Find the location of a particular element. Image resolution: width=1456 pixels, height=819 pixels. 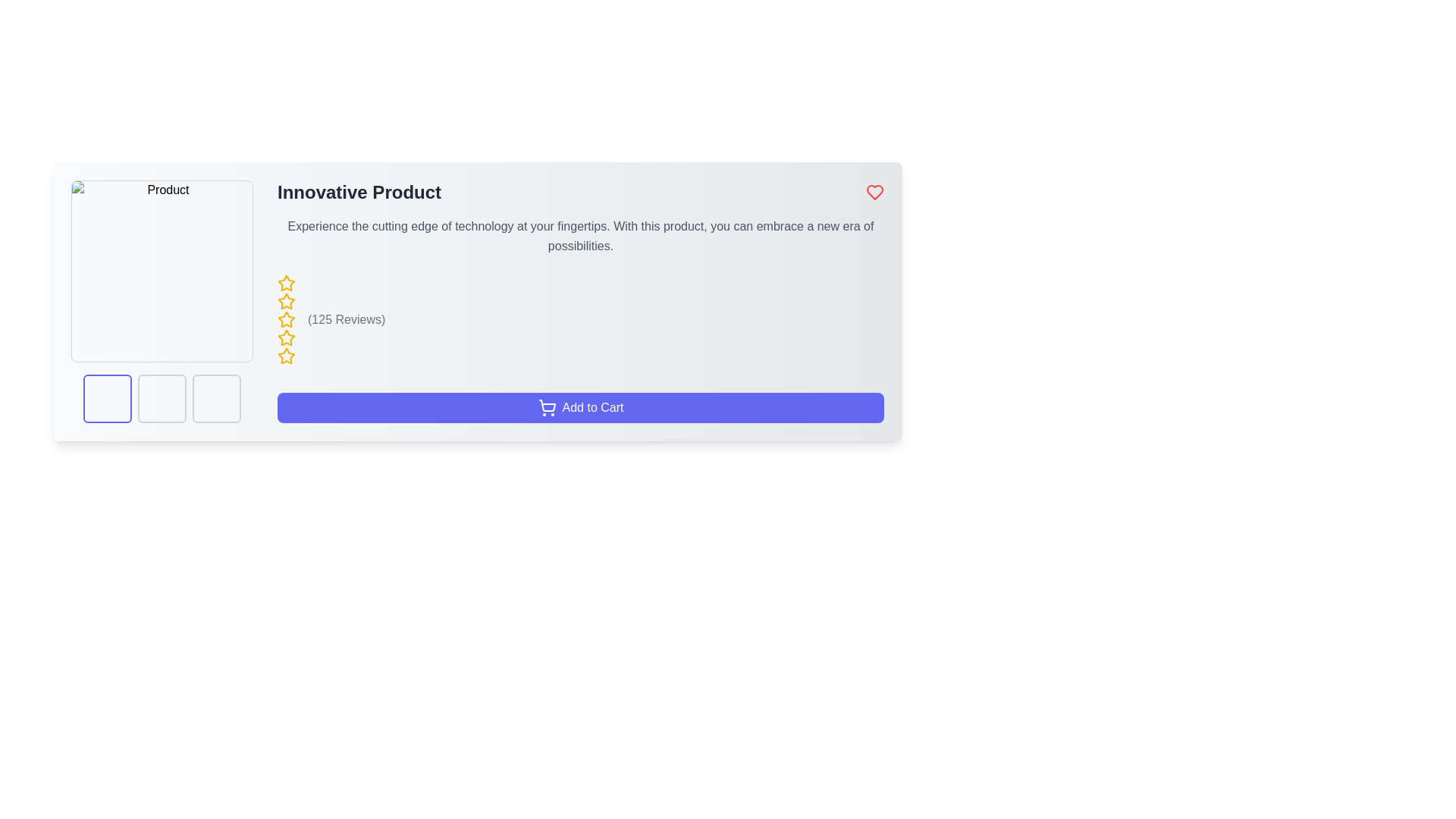

the text label displaying '(125 Reviews)' which is located next to the fourth star icon in a vertical row of five stars is located at coordinates (346, 318).